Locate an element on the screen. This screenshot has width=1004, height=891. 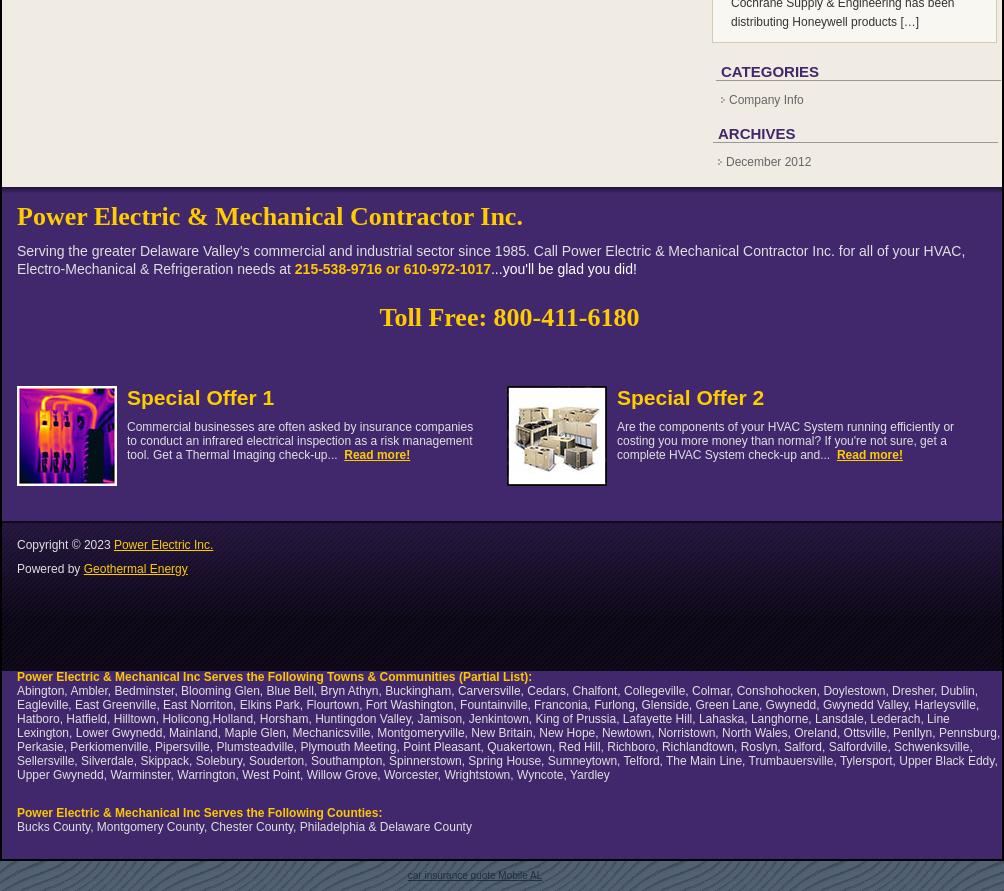
'Archives' is located at coordinates (716, 132).